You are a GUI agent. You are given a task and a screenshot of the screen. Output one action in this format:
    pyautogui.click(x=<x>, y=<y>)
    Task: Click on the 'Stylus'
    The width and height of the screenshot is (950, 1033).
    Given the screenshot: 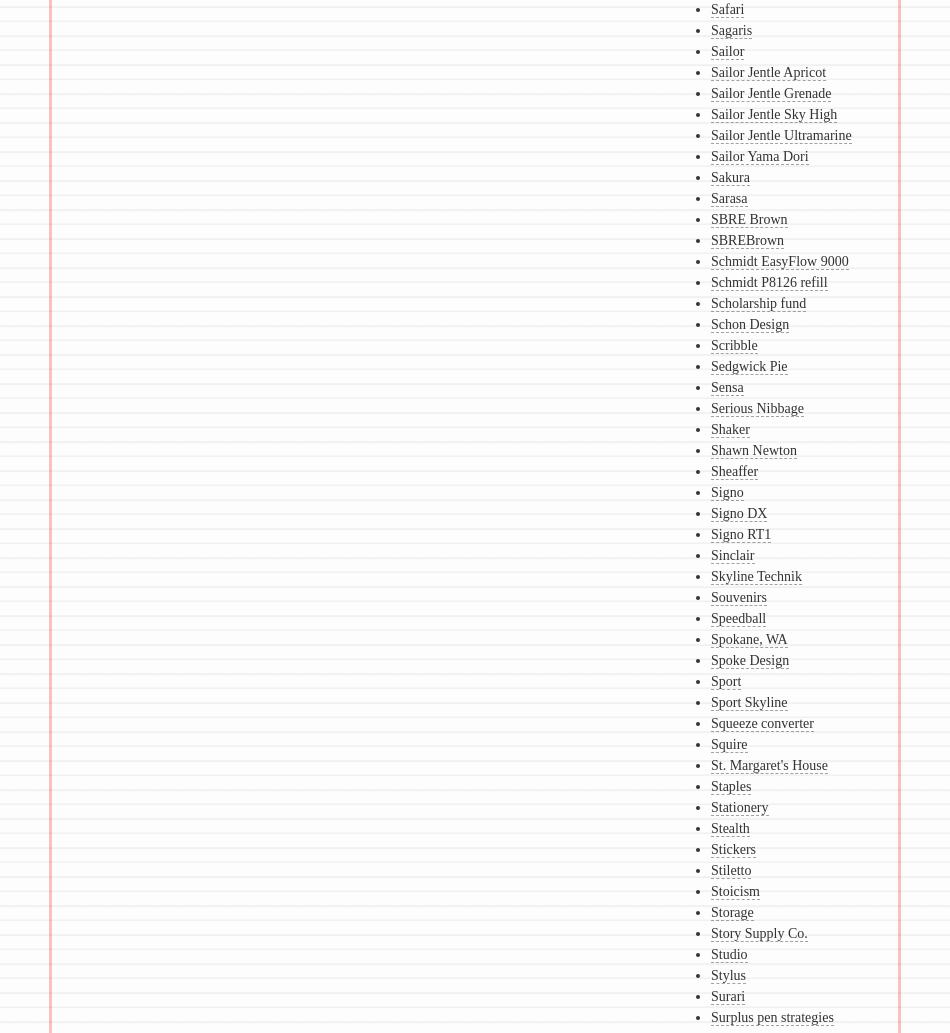 What is the action you would take?
    pyautogui.click(x=726, y=974)
    